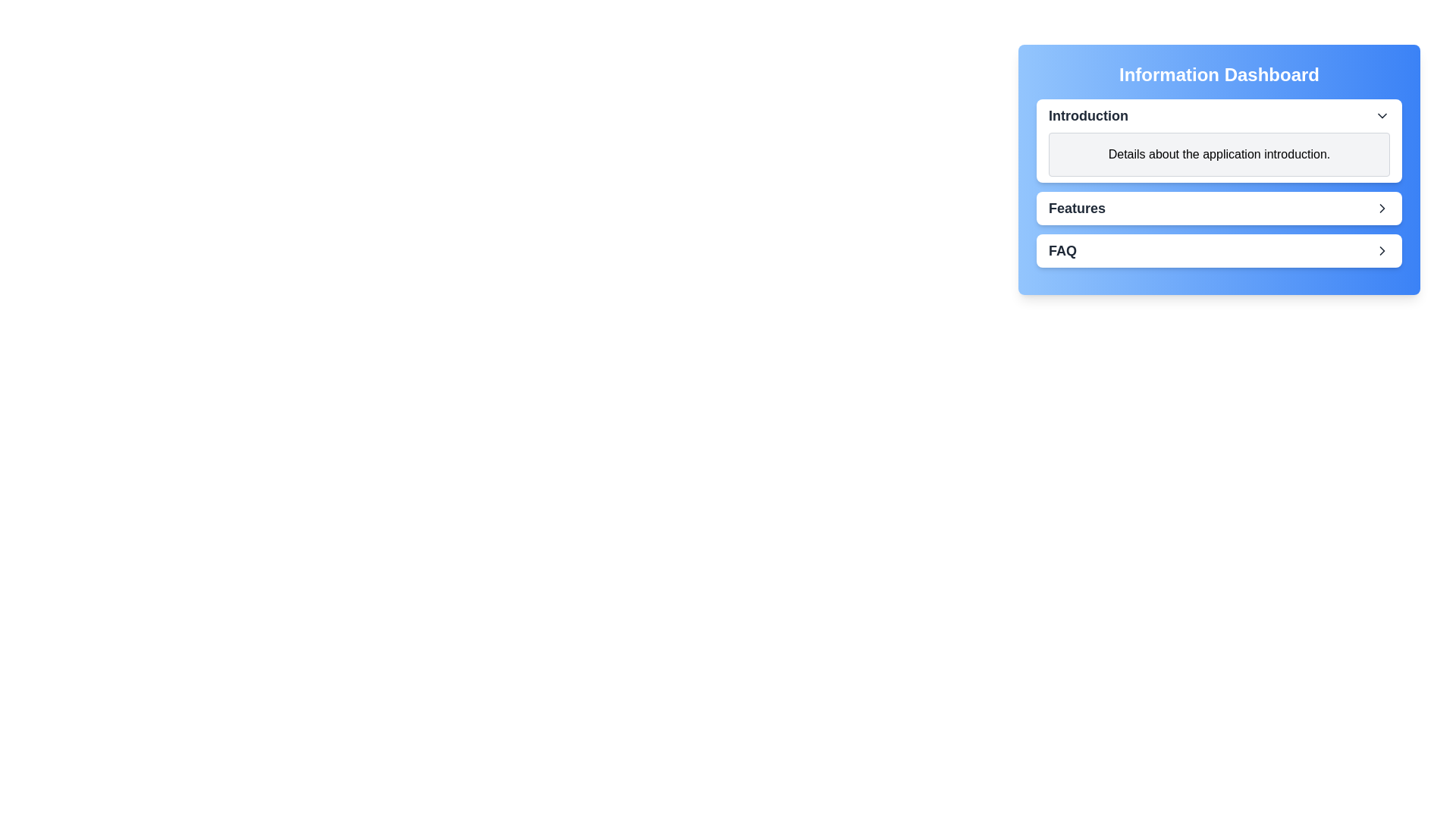 The height and width of the screenshot is (819, 1456). Describe the element at coordinates (1219, 250) in the screenshot. I see `the last interactive list item` at that location.